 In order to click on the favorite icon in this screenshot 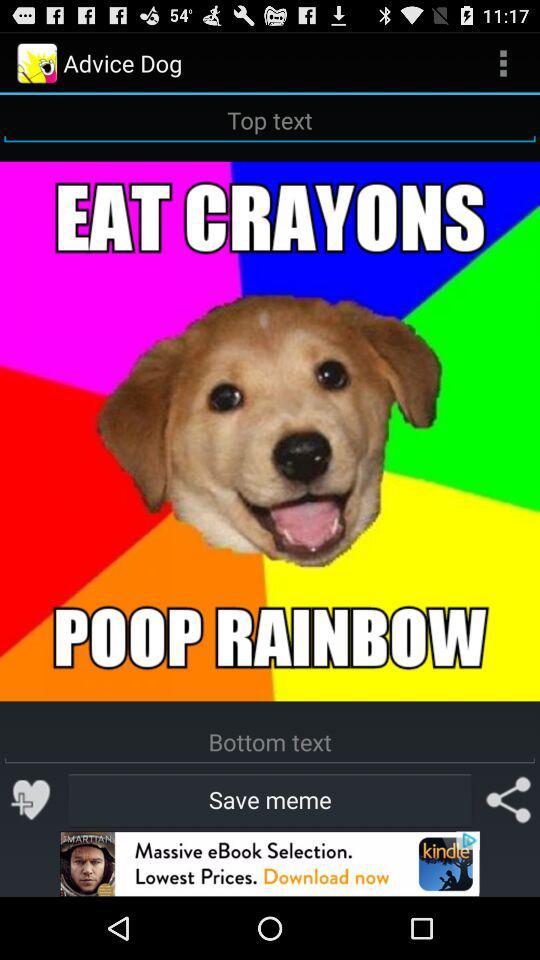, I will do `click(30, 855)`.